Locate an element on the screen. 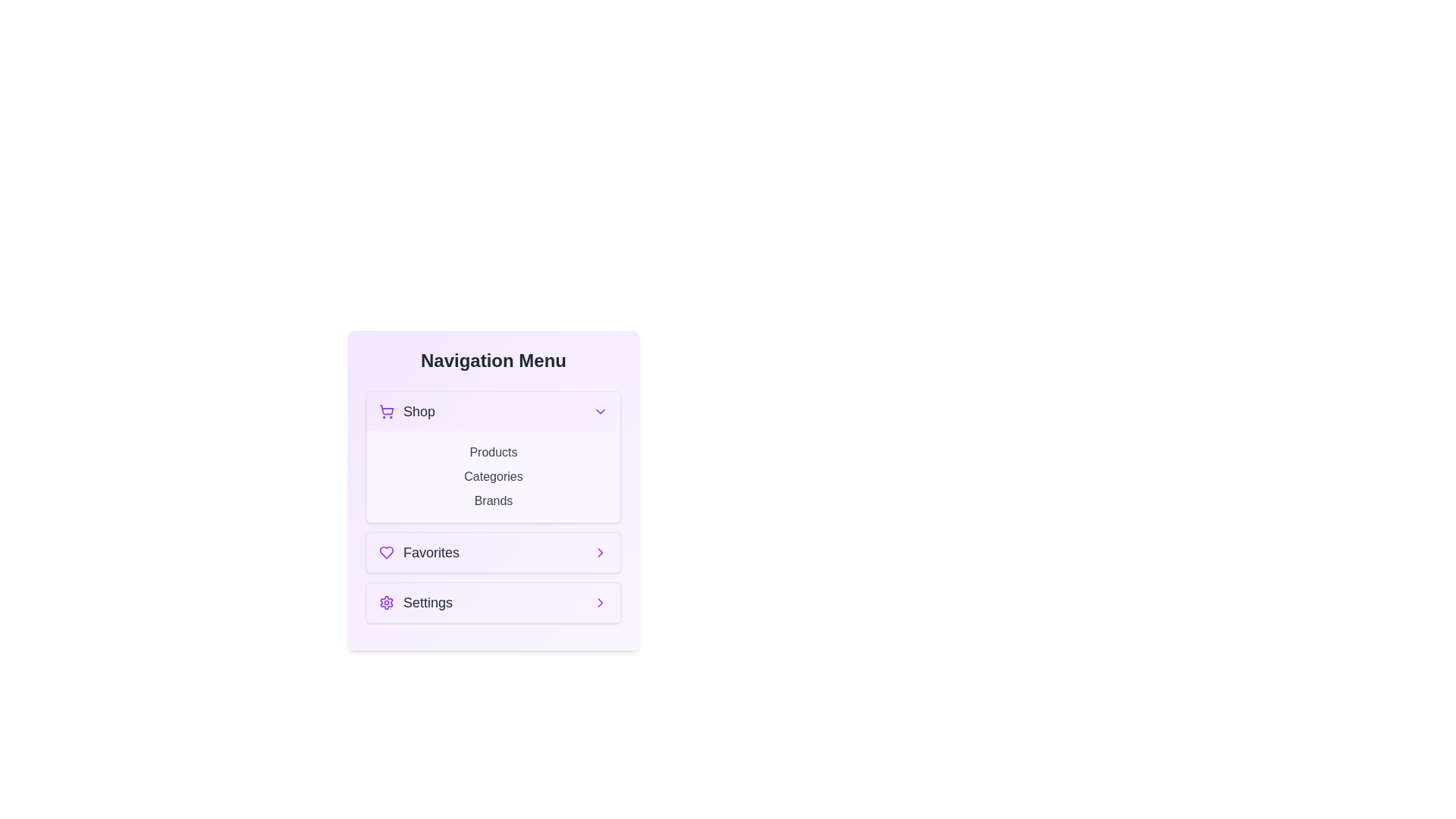 The image size is (1456, 819). the chevron icon next to the 'Shop' button in the navigation menu, which indicates that the 'Shop' option is expandable or collapsible is located at coordinates (600, 412).